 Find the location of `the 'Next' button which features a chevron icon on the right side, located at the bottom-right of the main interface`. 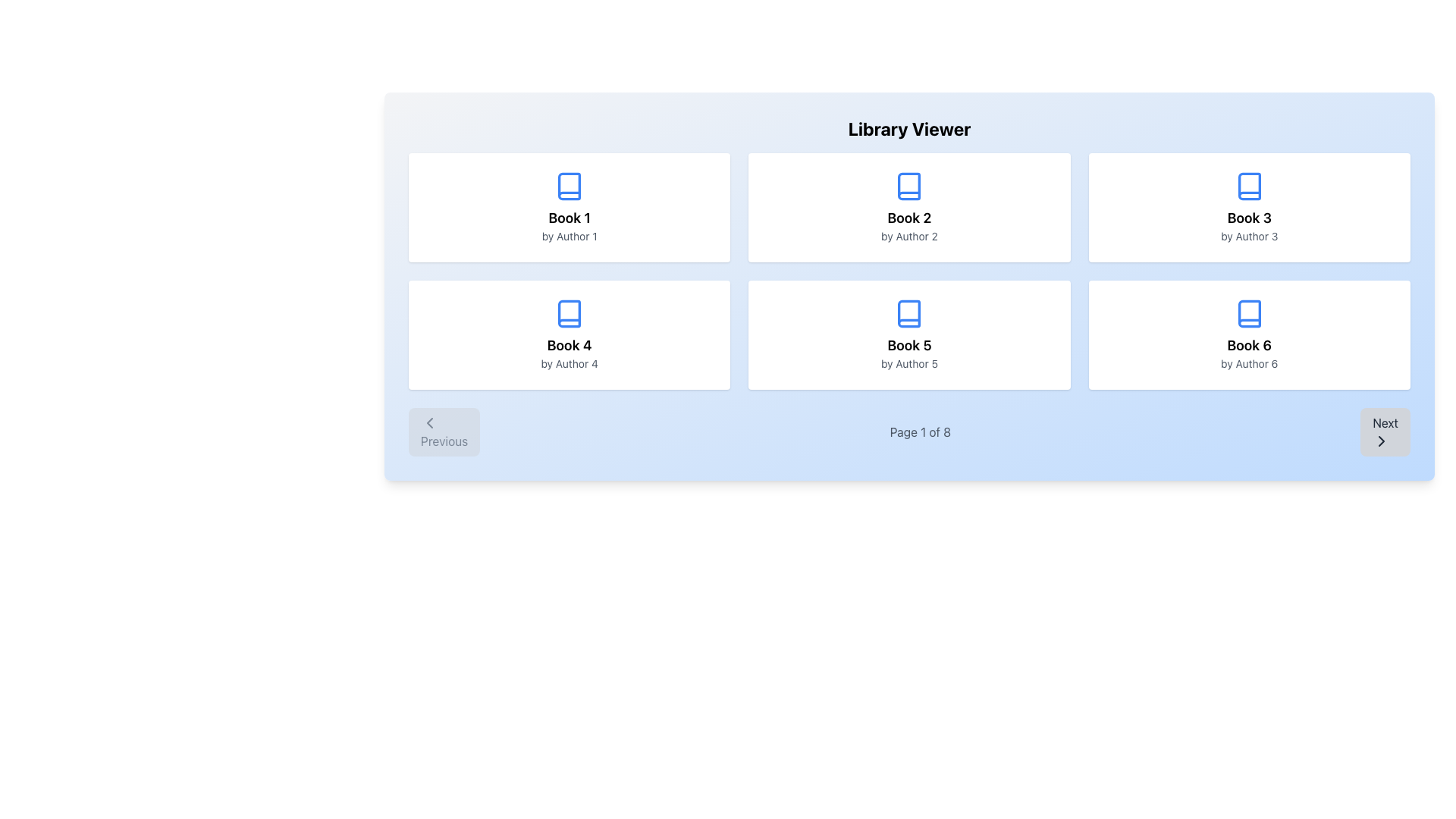

the 'Next' button which features a chevron icon on the right side, located at the bottom-right of the main interface is located at coordinates (1382, 441).